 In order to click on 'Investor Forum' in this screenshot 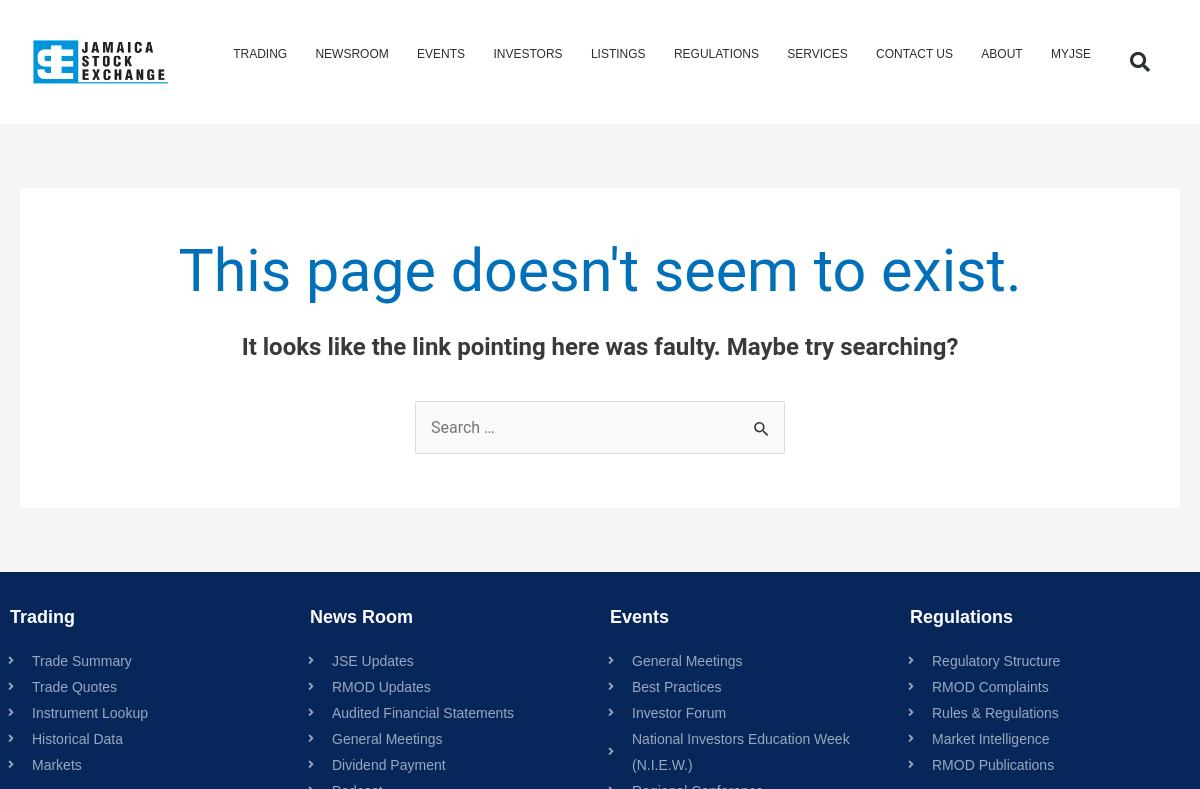, I will do `click(678, 713)`.